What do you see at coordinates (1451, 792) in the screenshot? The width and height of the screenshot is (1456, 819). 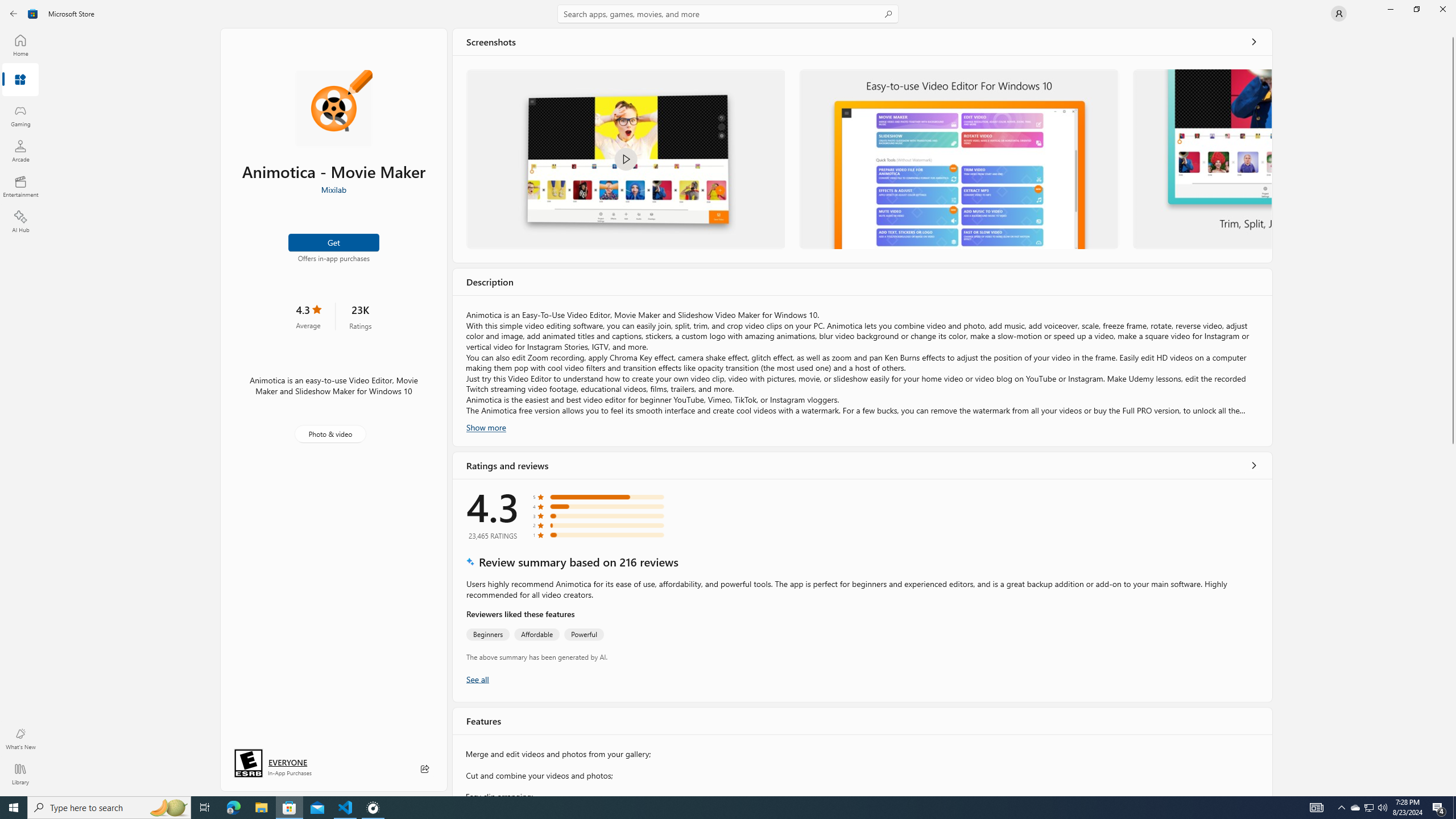 I see `'Vertical Small Increase'` at bounding box center [1451, 792].